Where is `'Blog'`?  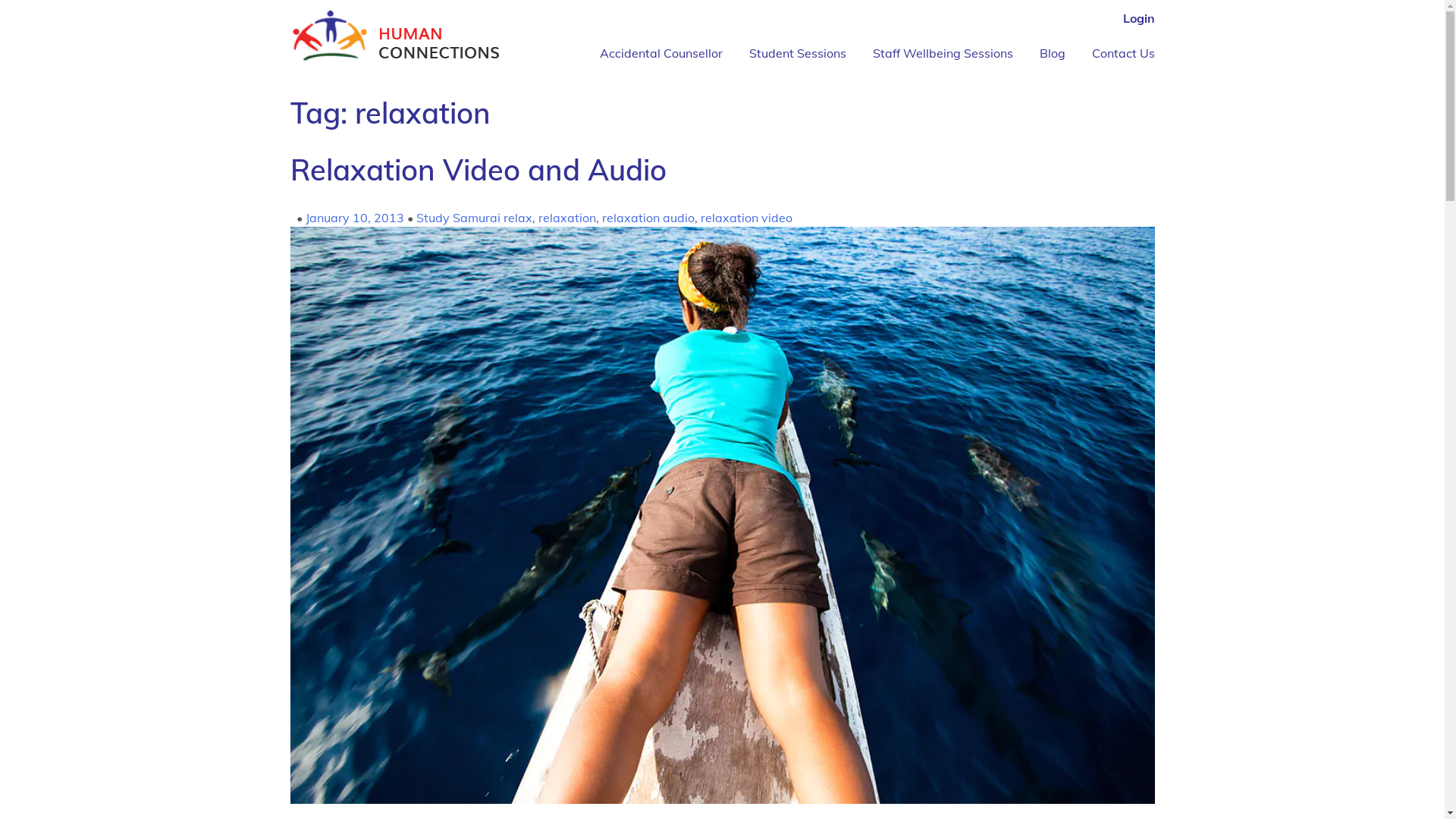
'Blog' is located at coordinates (1051, 52).